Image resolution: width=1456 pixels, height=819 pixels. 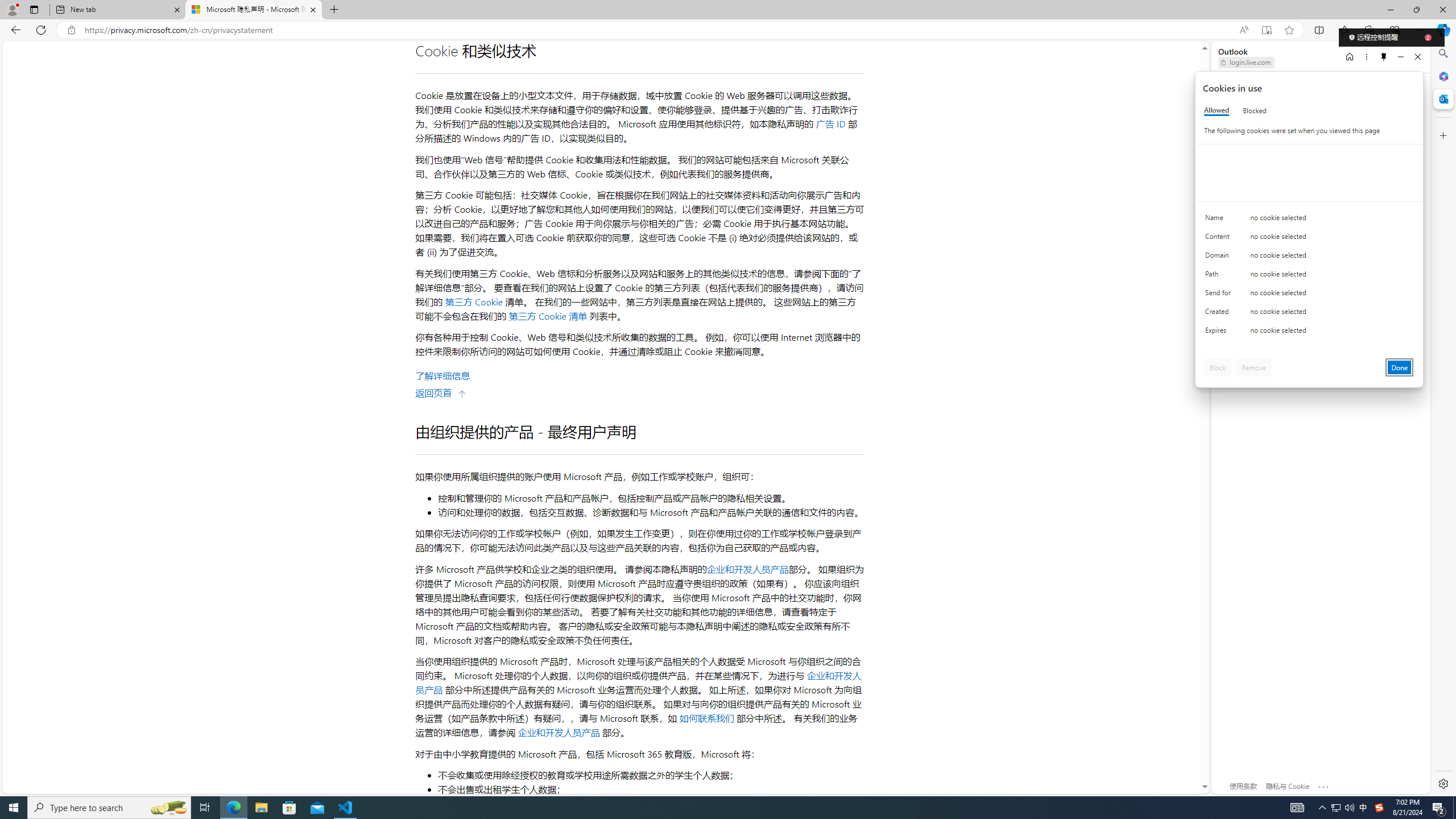 I want to click on 'Allowed', so click(x=1215, y=110).